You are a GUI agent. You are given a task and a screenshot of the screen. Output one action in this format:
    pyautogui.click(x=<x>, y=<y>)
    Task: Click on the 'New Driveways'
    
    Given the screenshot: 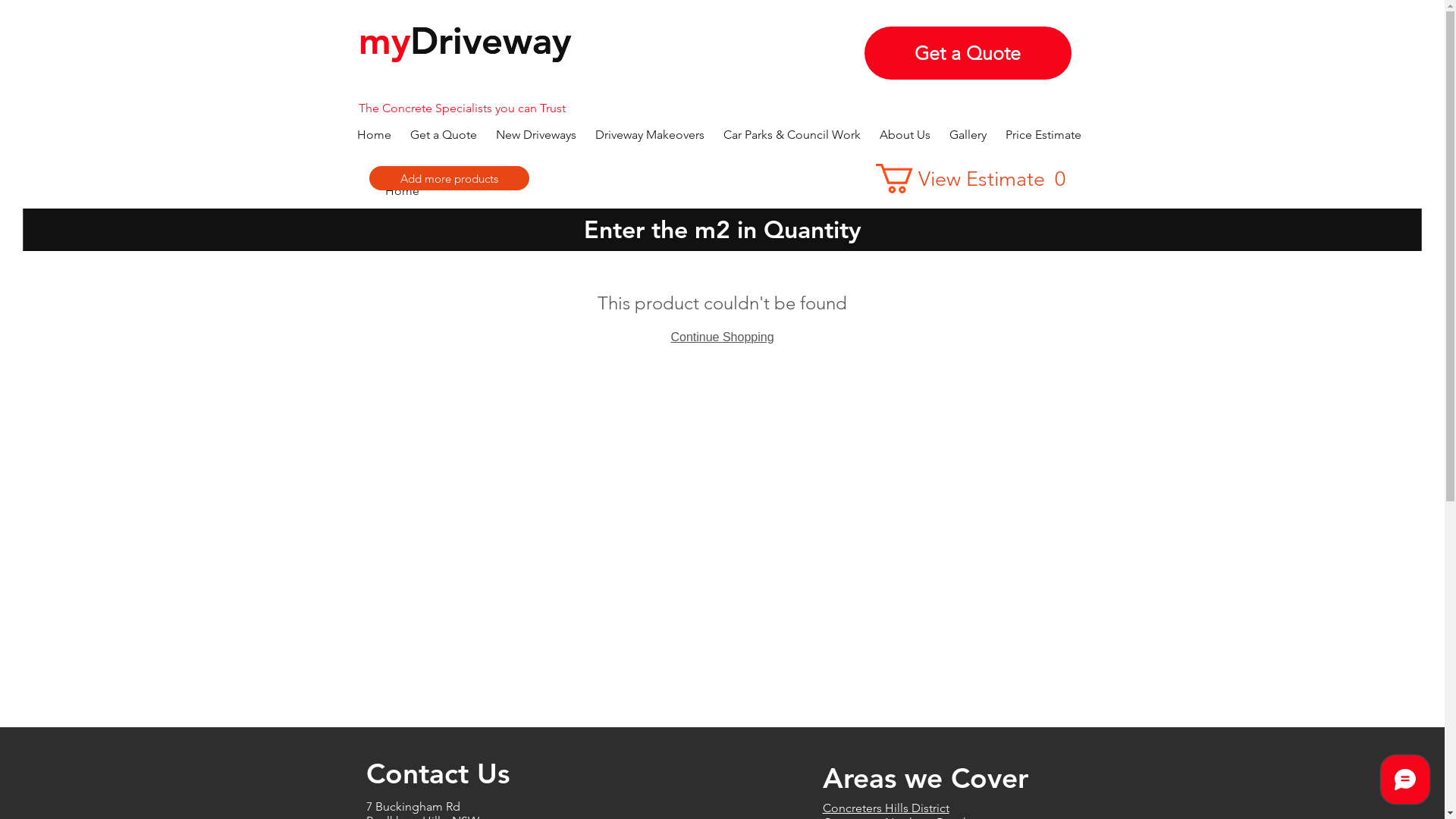 What is the action you would take?
    pyautogui.click(x=538, y=133)
    